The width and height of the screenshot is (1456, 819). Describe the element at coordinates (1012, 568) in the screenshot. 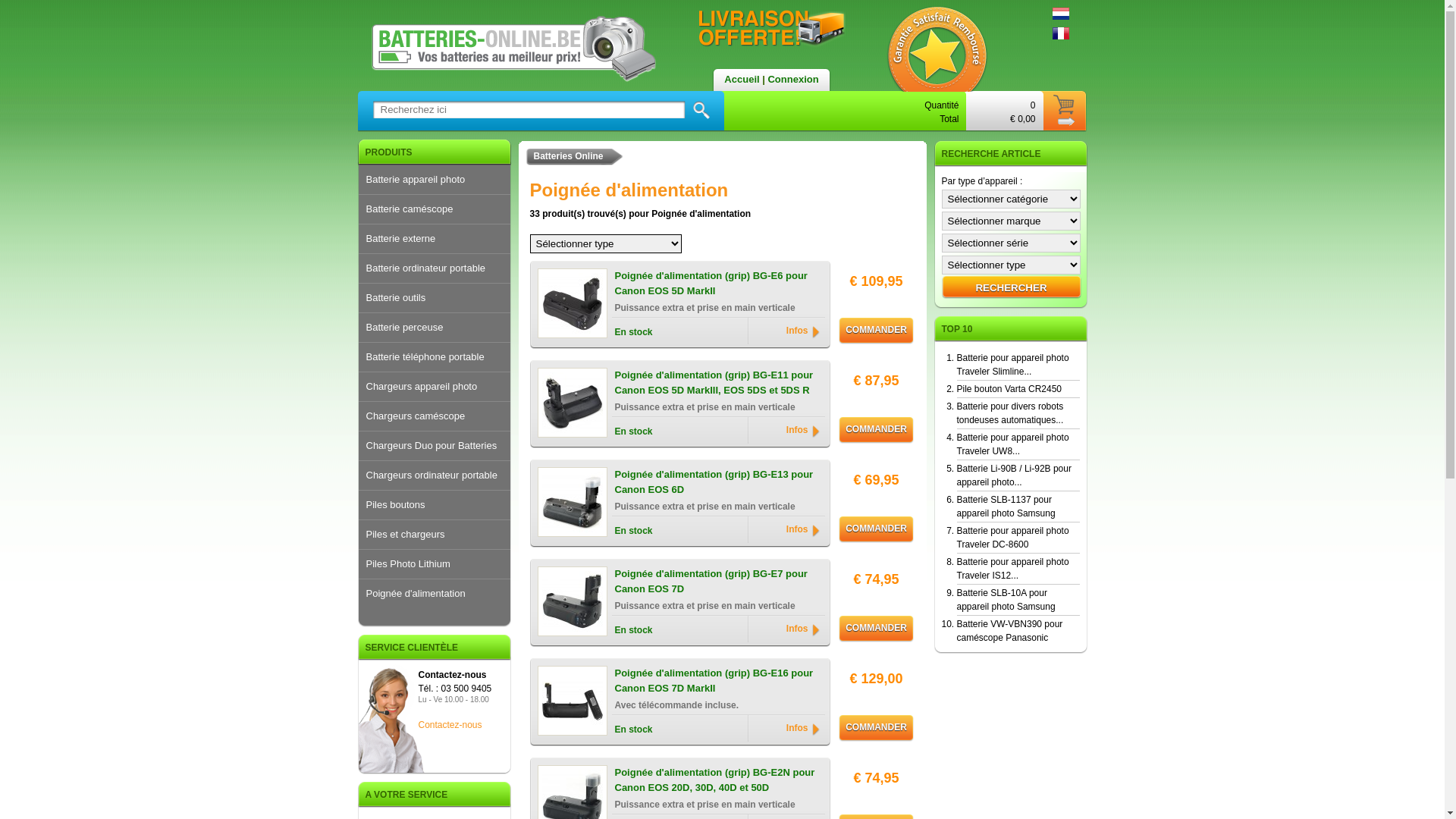

I see `'Batterie pour appareil photo Traveler IS12...'` at that location.